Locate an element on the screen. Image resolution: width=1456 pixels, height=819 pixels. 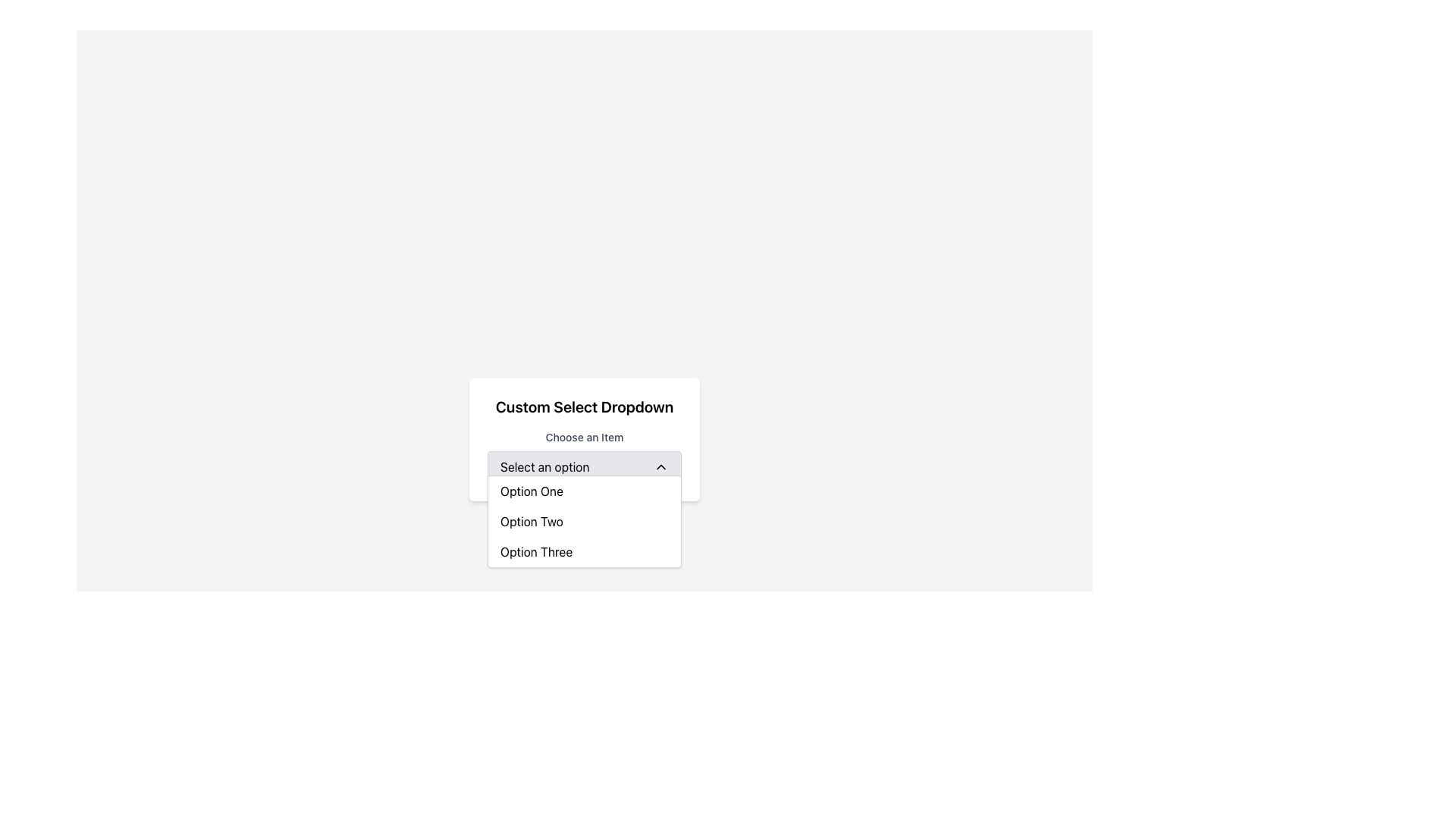
the text label representing 'Option Three' within the dropdown menu is located at coordinates (536, 552).